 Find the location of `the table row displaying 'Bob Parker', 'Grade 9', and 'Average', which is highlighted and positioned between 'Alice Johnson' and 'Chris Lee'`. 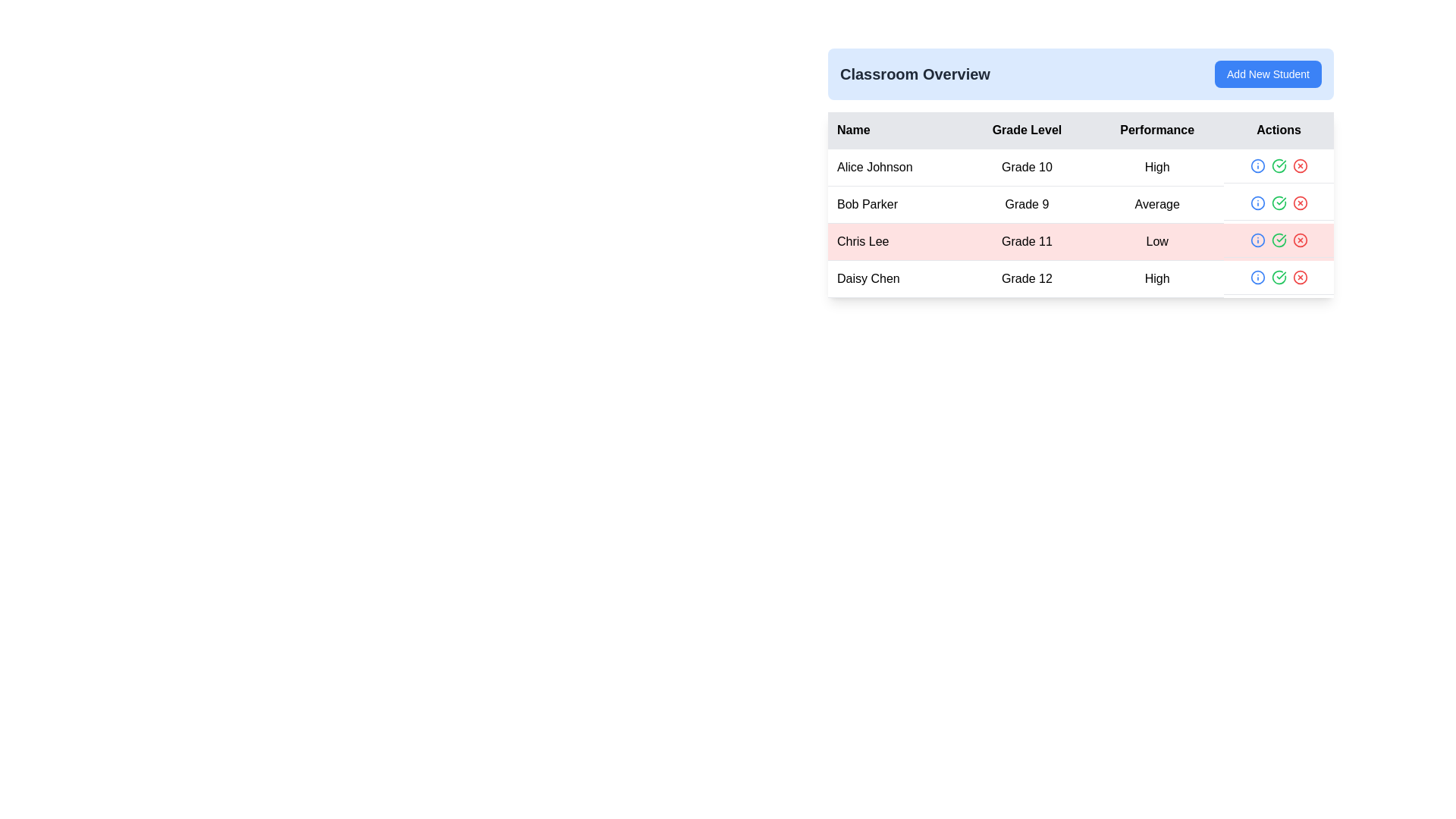

the table row displaying 'Bob Parker', 'Grade 9', and 'Average', which is highlighted and positioned between 'Alice Johnson' and 'Chris Lee' is located at coordinates (1080, 205).